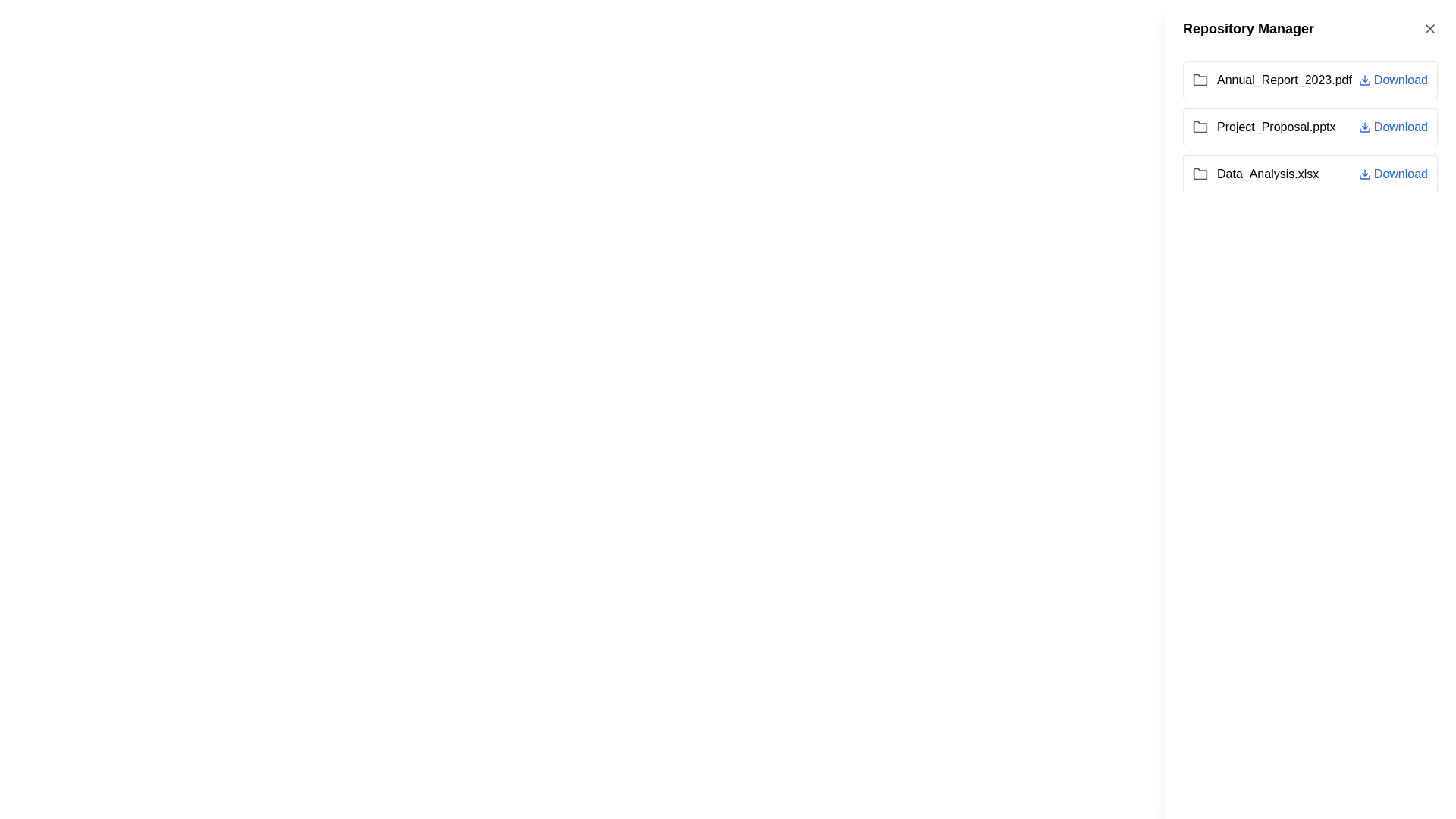  Describe the element at coordinates (1200, 125) in the screenshot. I see `the folder icon representing the editable presentation file 'Project_Proposal.pptx' located in the 'Repository Manager' sidebar` at that location.